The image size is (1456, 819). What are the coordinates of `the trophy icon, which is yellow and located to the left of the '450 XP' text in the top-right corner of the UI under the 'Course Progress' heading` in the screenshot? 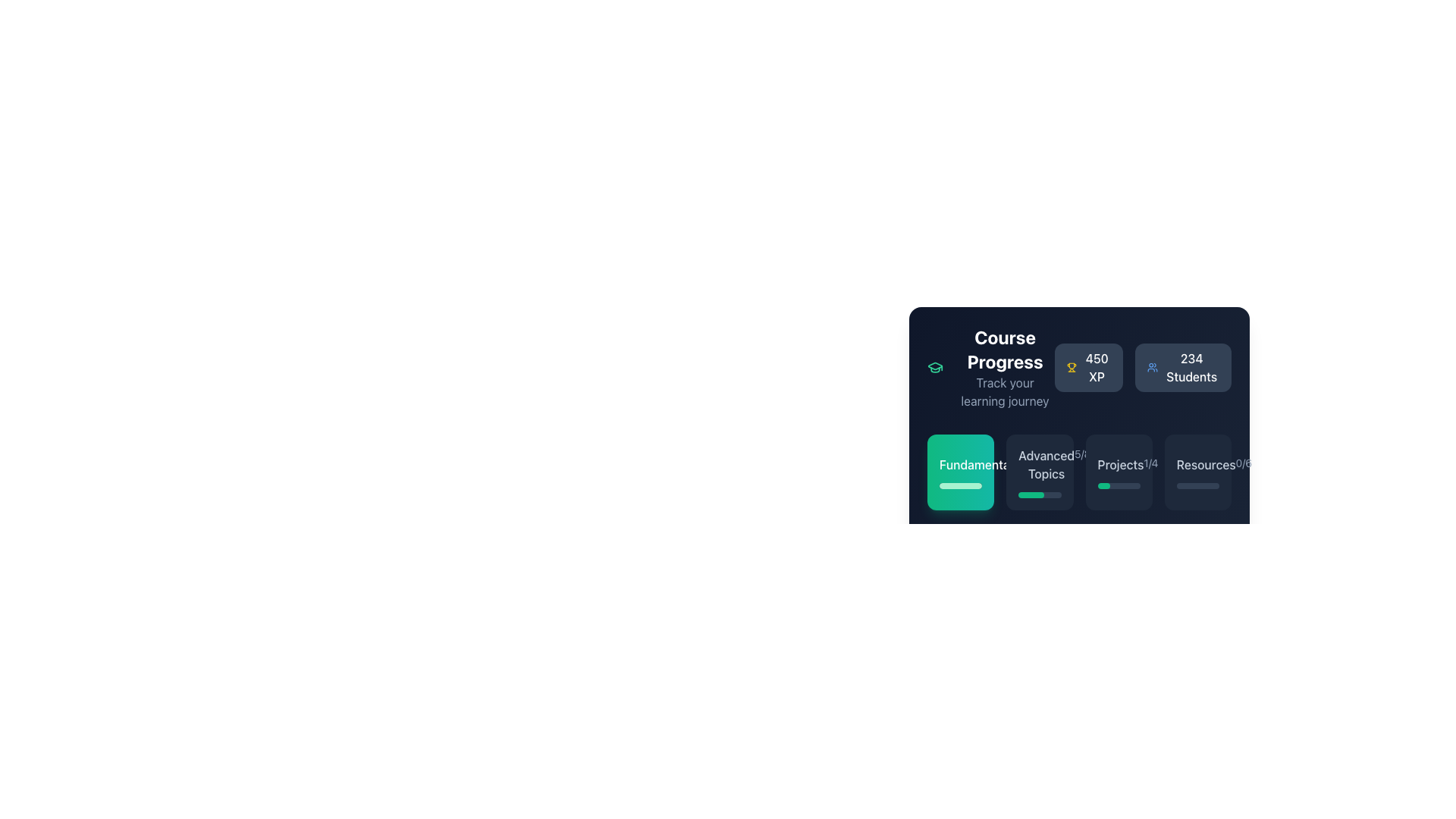 It's located at (1071, 368).